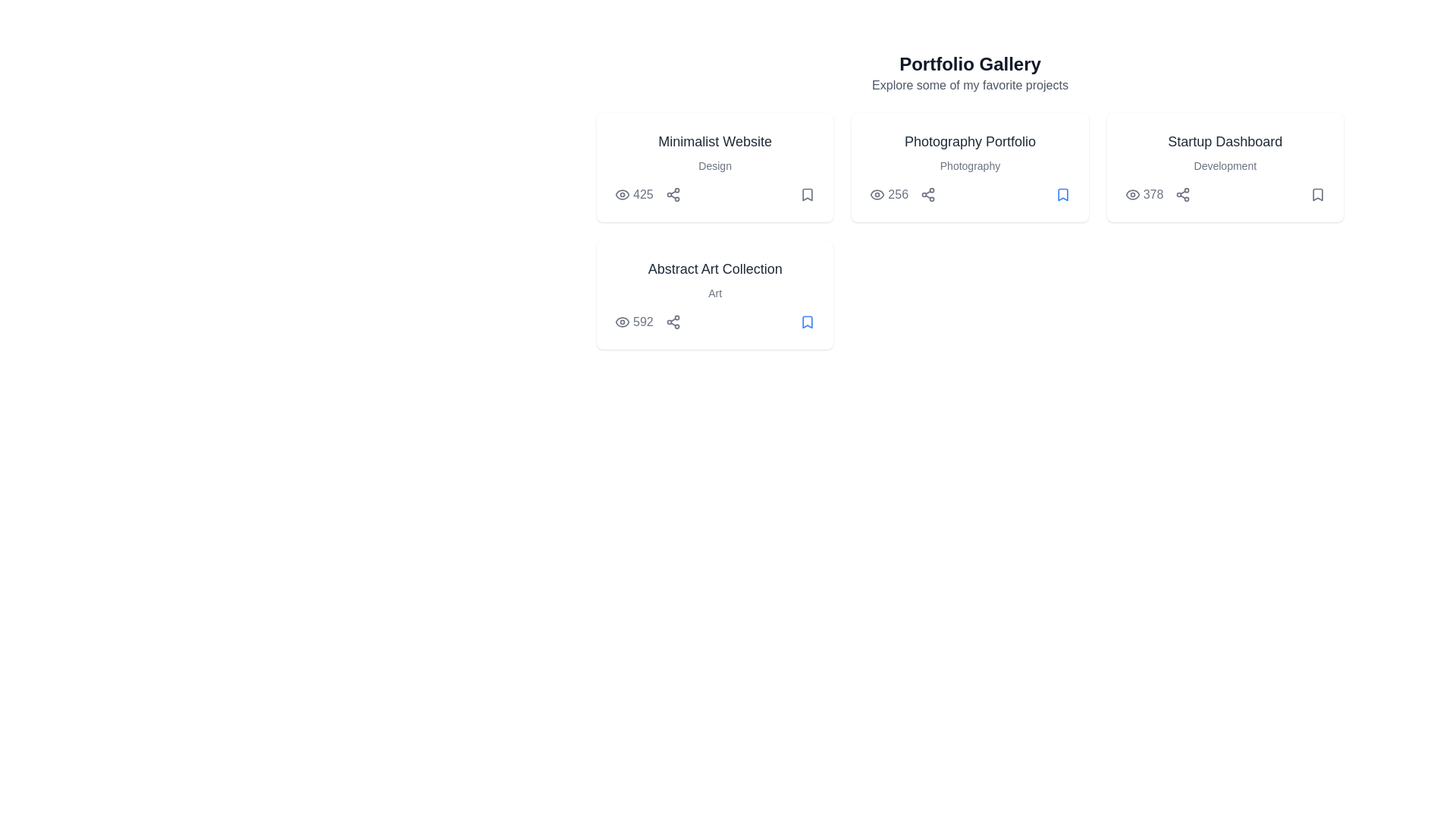  What do you see at coordinates (1316, 194) in the screenshot?
I see `the outlined gray bookmark icon located` at bounding box center [1316, 194].